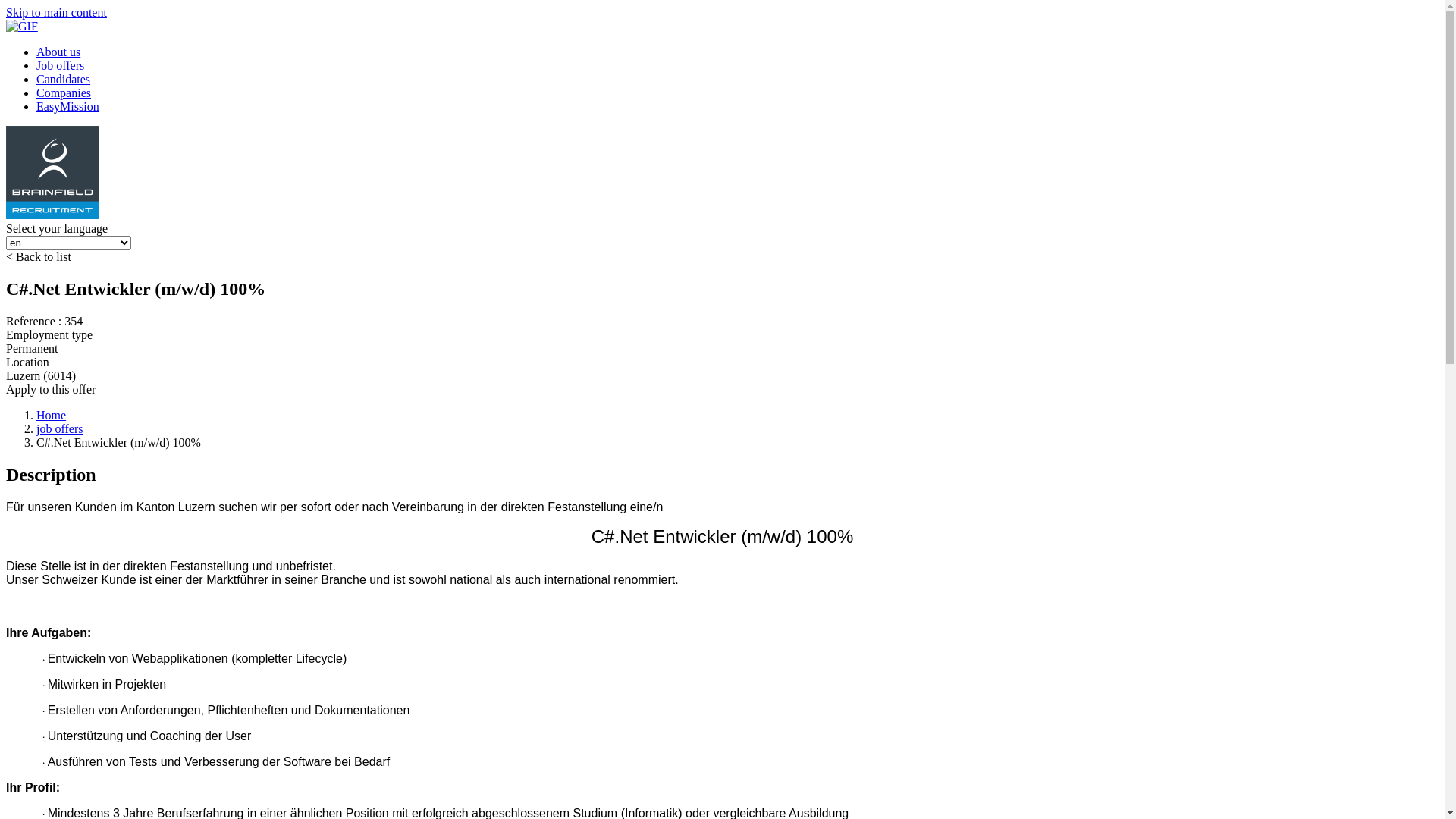 This screenshot has height=819, width=1456. What do you see at coordinates (62, 79) in the screenshot?
I see `'Candidates'` at bounding box center [62, 79].